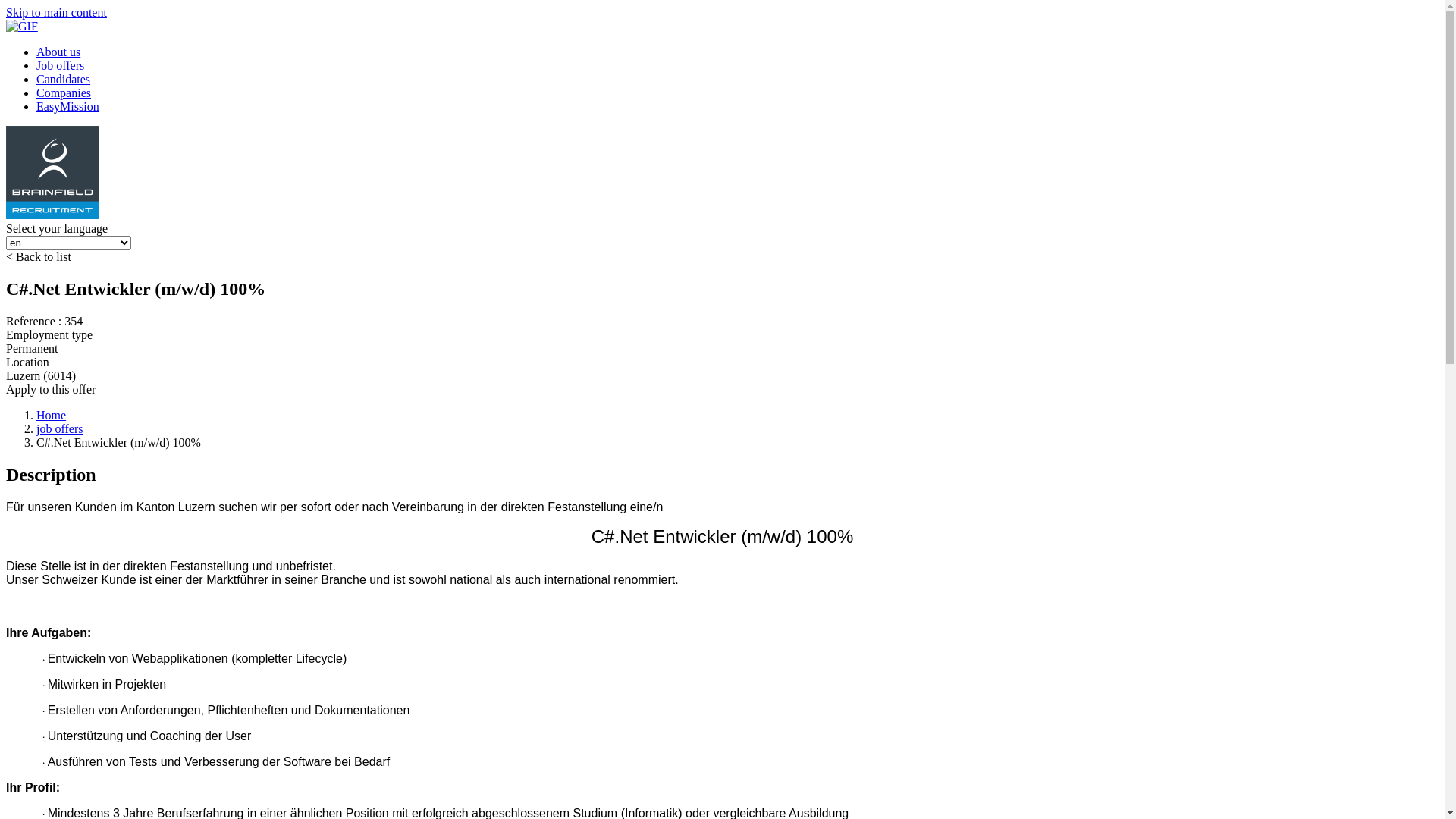 This screenshot has height=819, width=1456. What do you see at coordinates (62, 79) in the screenshot?
I see `'Candidates'` at bounding box center [62, 79].